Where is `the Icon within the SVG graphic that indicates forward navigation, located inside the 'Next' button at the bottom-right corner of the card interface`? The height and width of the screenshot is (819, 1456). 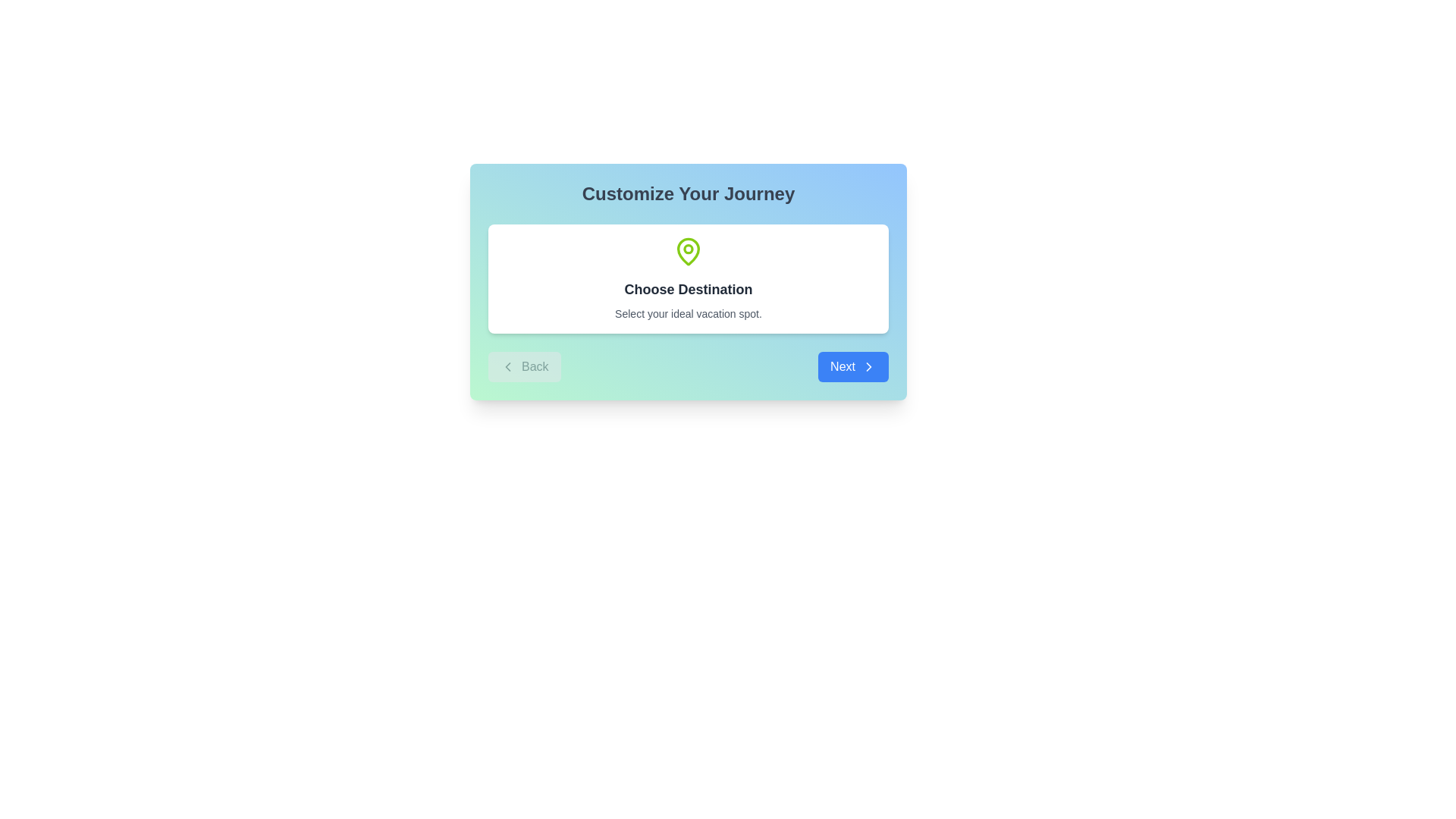 the Icon within the SVG graphic that indicates forward navigation, located inside the 'Next' button at the bottom-right corner of the card interface is located at coordinates (869, 366).